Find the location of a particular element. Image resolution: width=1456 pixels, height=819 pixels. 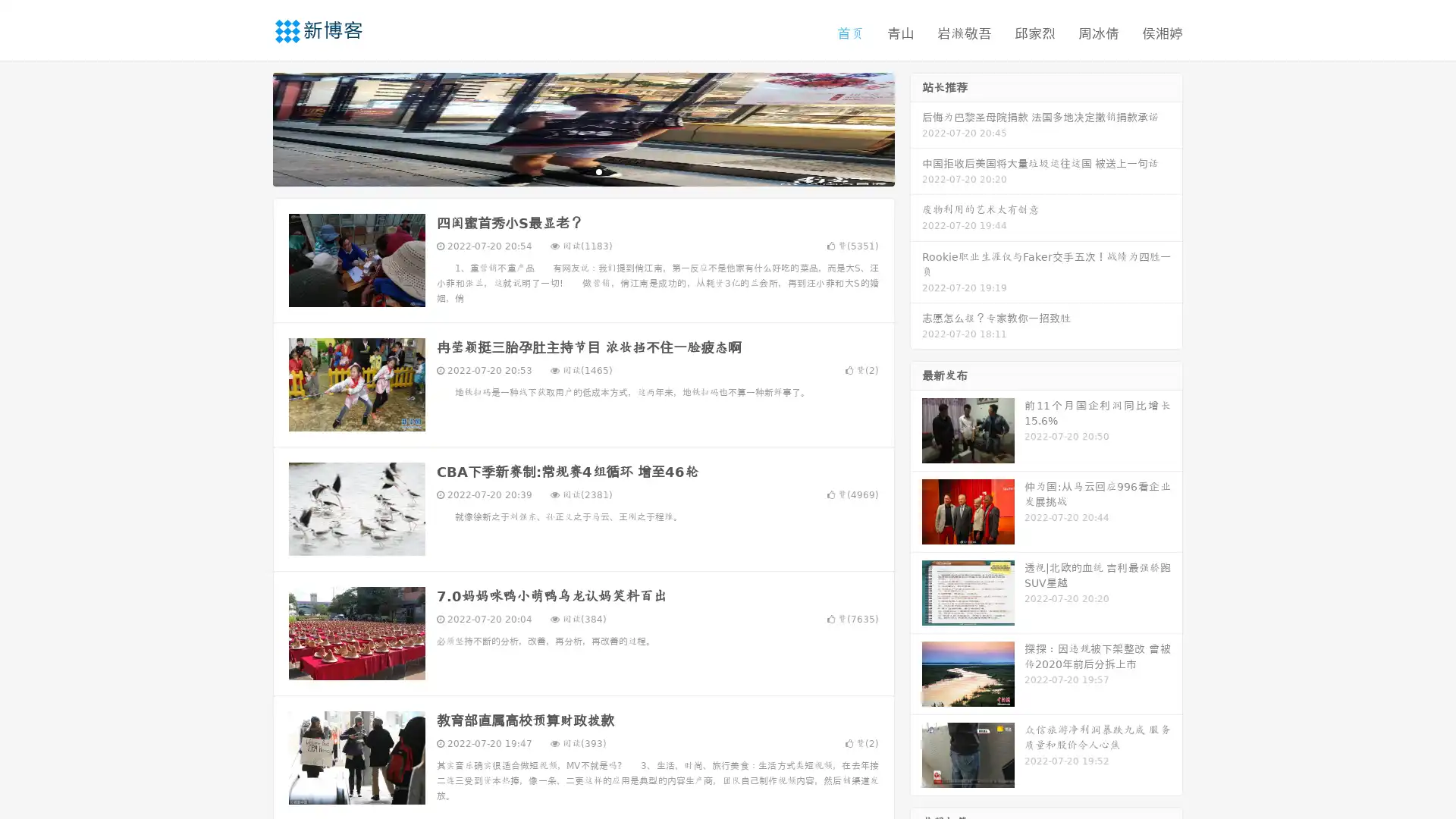

Go to slide 2 is located at coordinates (582, 171).